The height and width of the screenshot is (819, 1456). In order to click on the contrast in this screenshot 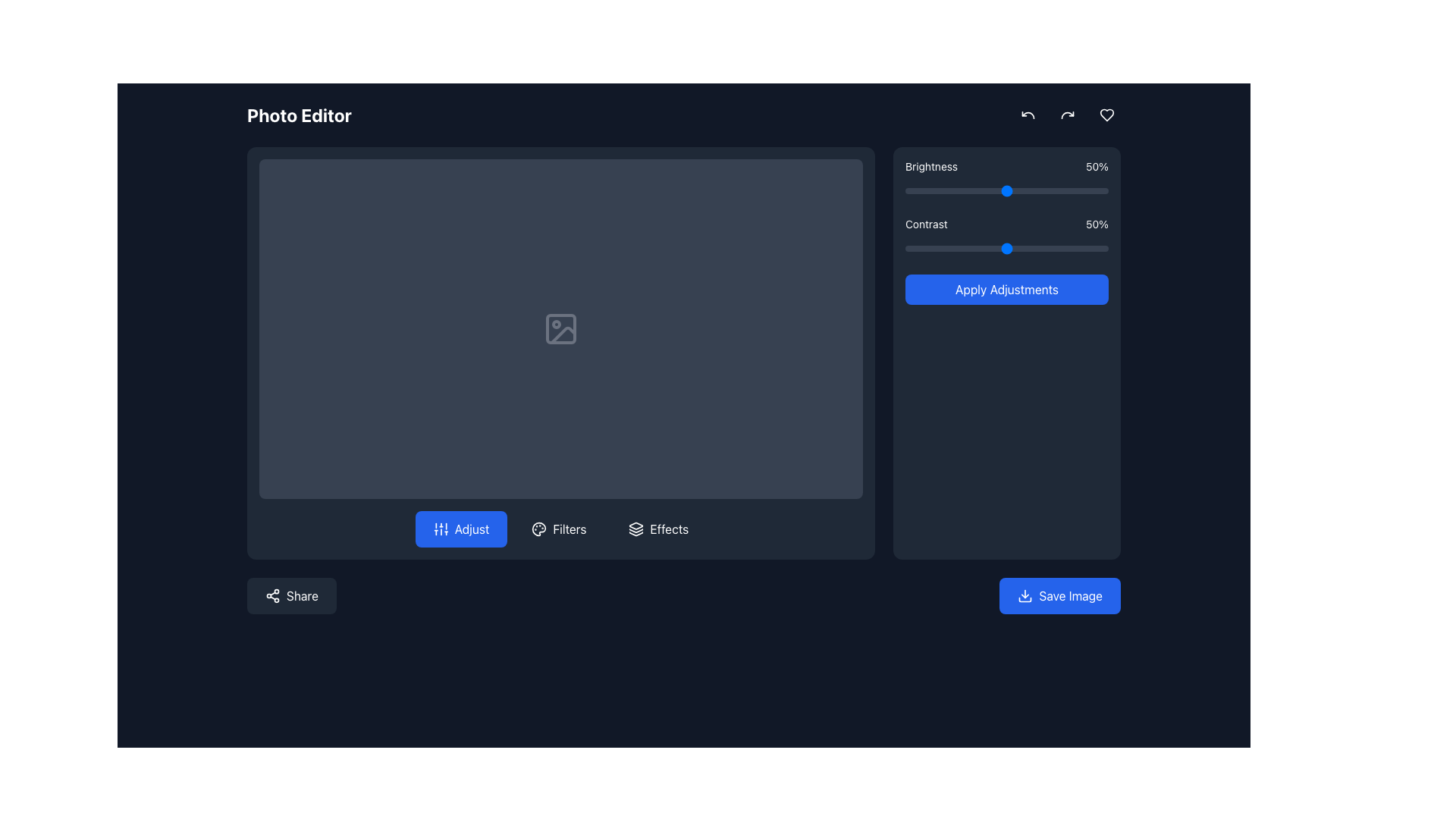, I will do `click(1025, 247)`.